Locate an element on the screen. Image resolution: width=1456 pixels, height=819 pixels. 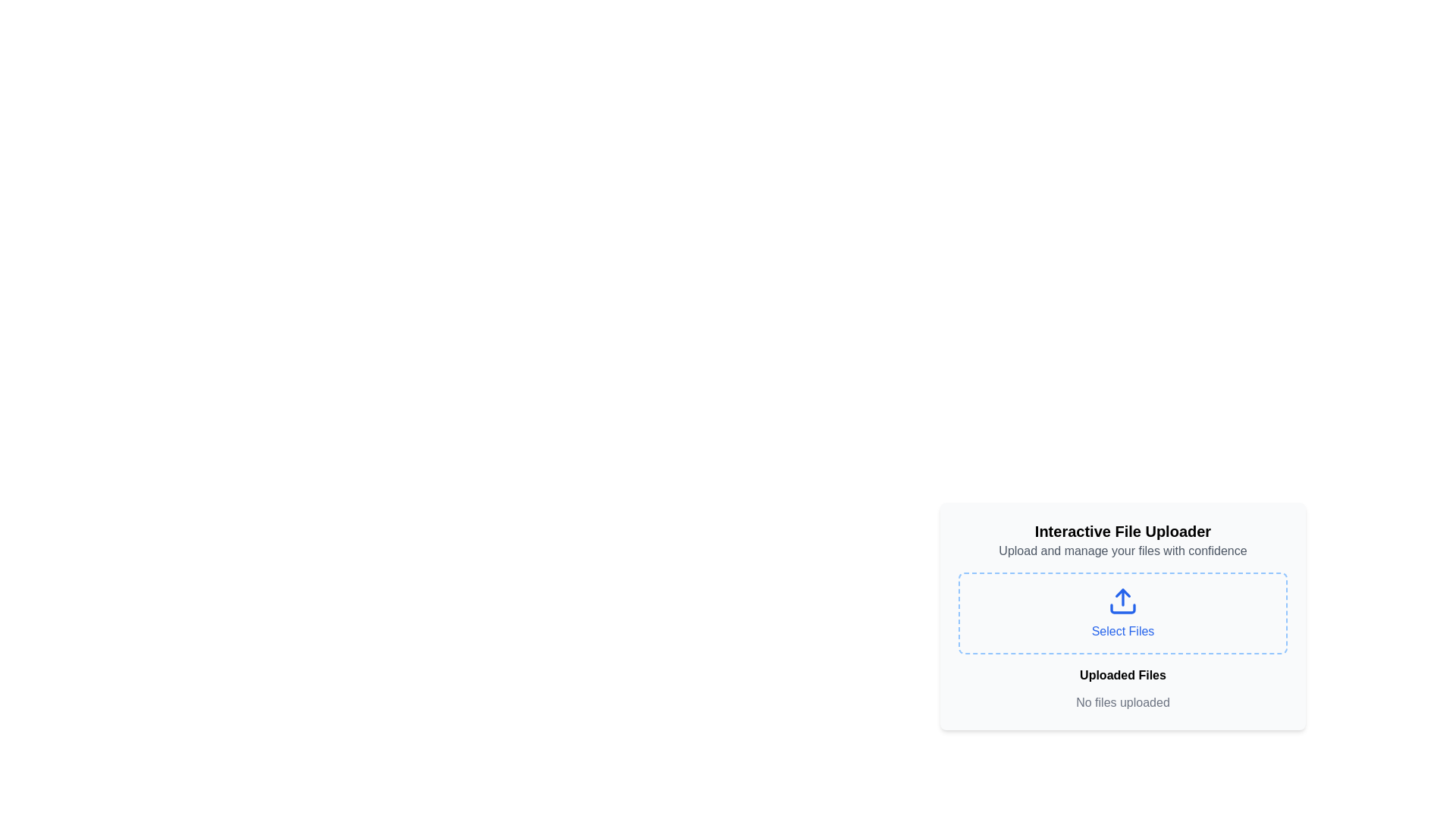
the dashed light-blue-bordered area of the Interactive File Uploader component is located at coordinates (1123, 628).